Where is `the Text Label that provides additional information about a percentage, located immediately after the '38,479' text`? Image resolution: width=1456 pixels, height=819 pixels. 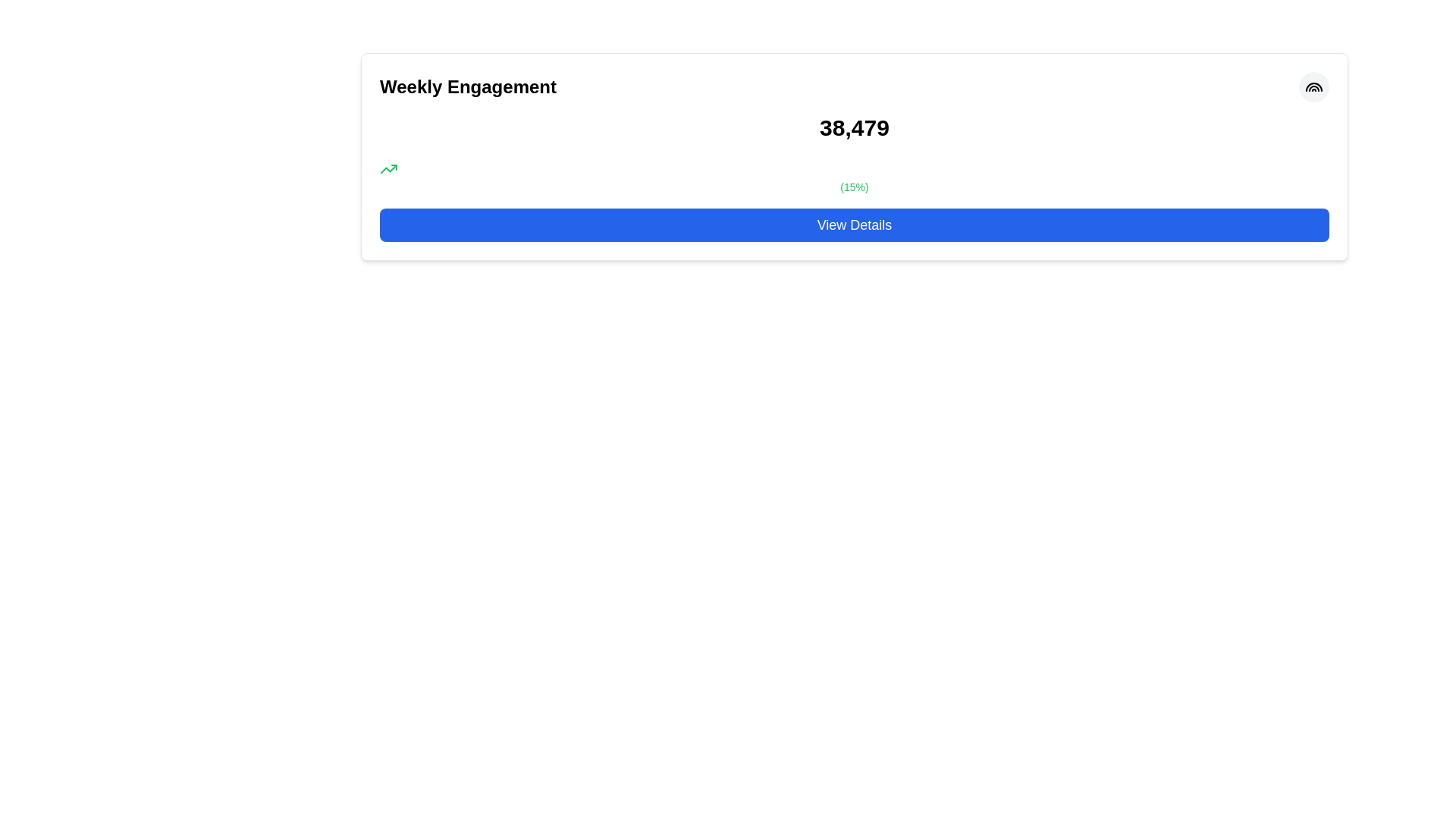
the Text Label that provides additional information about a percentage, located immediately after the '38,479' text is located at coordinates (855, 175).